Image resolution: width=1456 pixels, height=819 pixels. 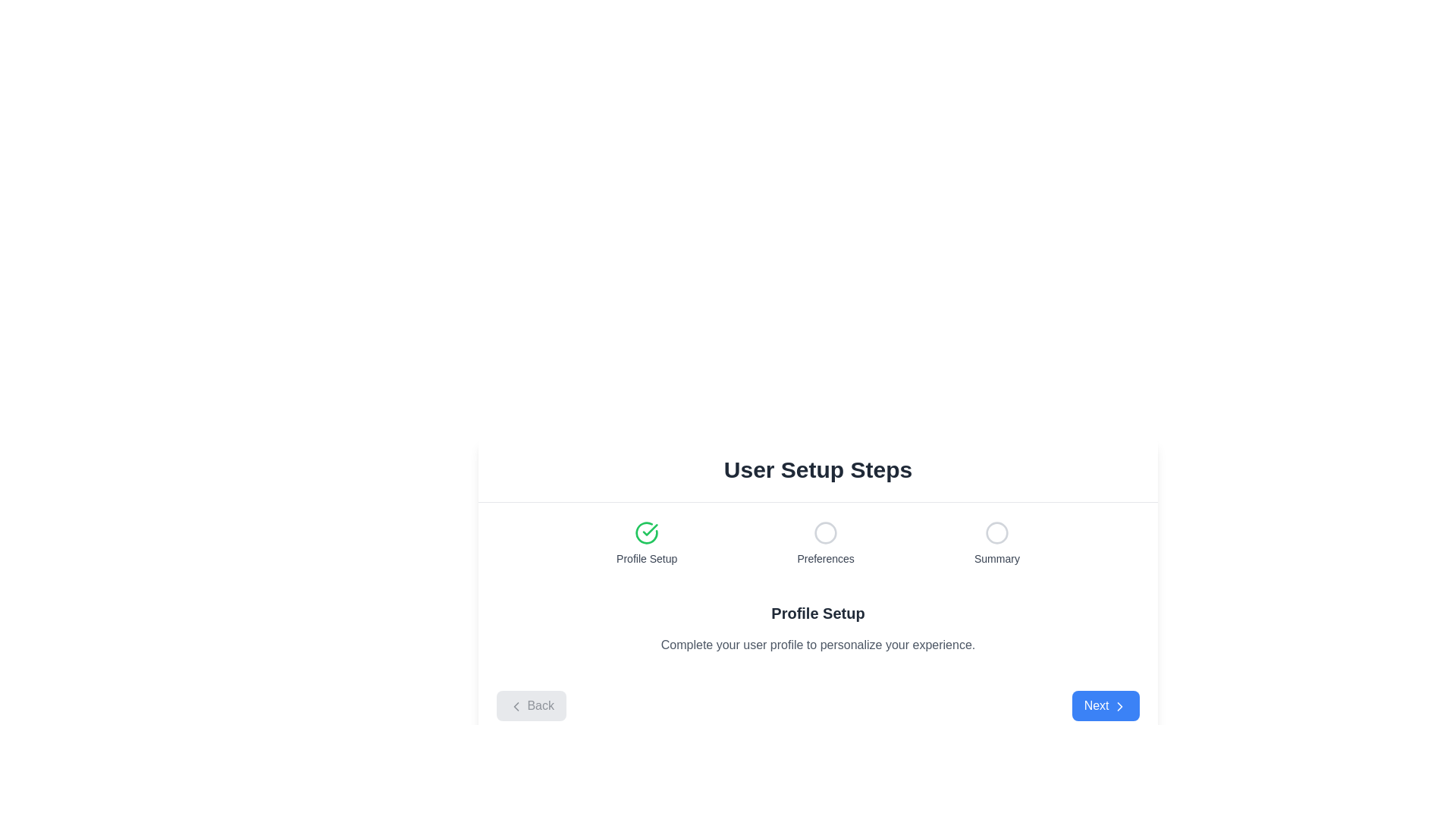 What do you see at coordinates (647, 558) in the screenshot?
I see `the information displayed in the 'Profile Setup' text label` at bounding box center [647, 558].